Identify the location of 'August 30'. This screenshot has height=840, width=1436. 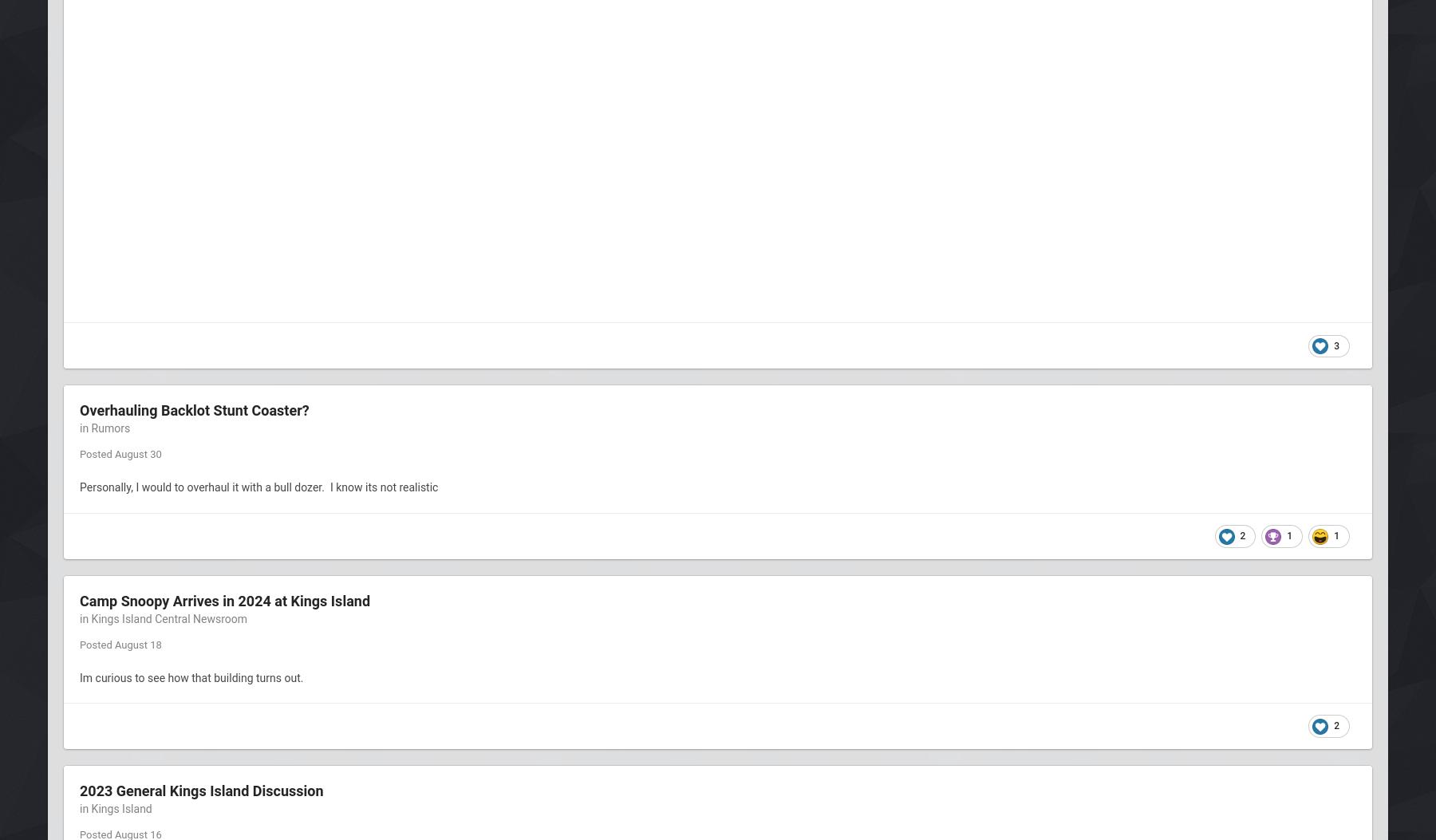
(137, 453).